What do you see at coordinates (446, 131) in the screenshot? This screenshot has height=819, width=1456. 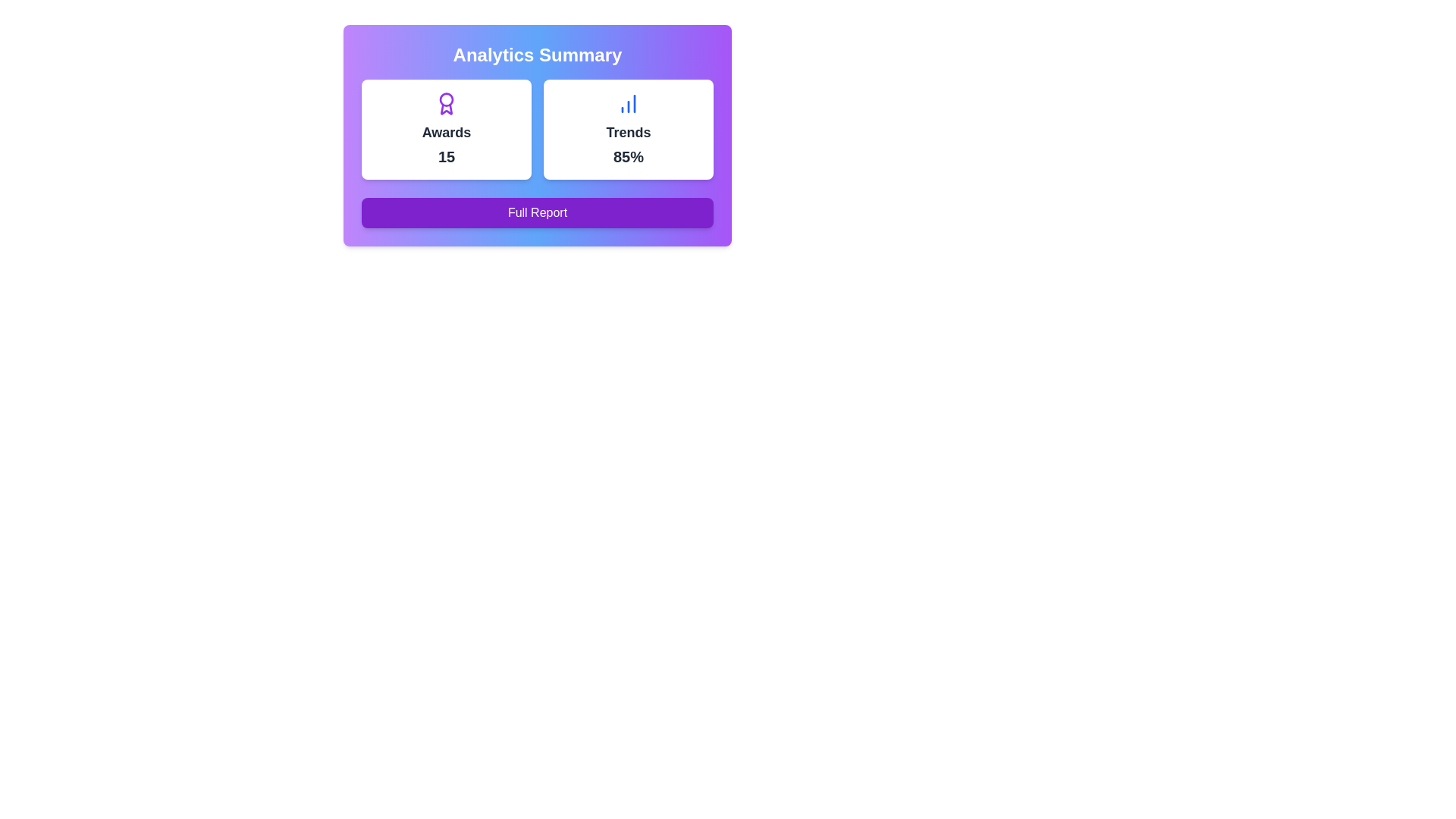 I see `attention on the bold, large font text displaying 'Awards' that is centrally aligned and positioned above the number '15'` at bounding box center [446, 131].